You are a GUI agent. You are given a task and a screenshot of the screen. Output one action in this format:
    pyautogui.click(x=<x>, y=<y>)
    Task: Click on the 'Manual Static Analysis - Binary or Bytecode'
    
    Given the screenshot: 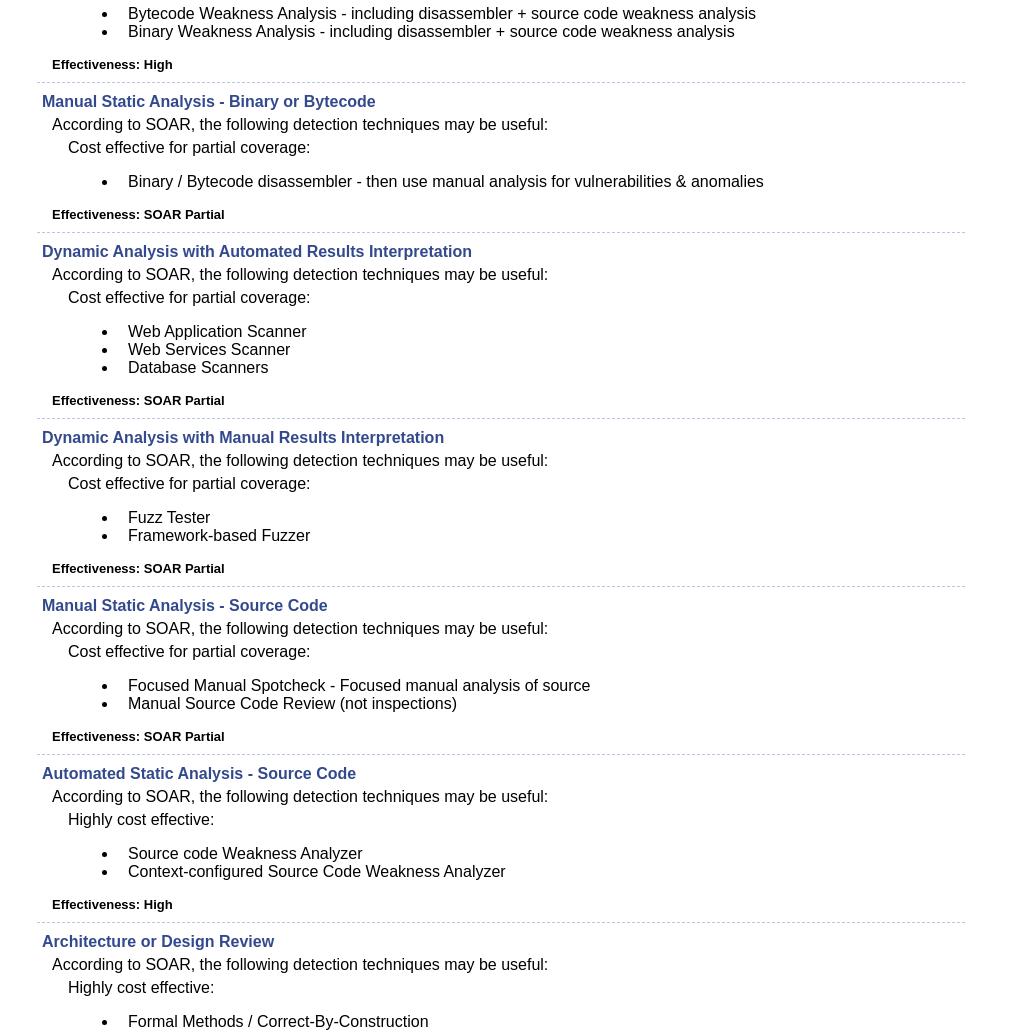 What is the action you would take?
    pyautogui.click(x=207, y=101)
    